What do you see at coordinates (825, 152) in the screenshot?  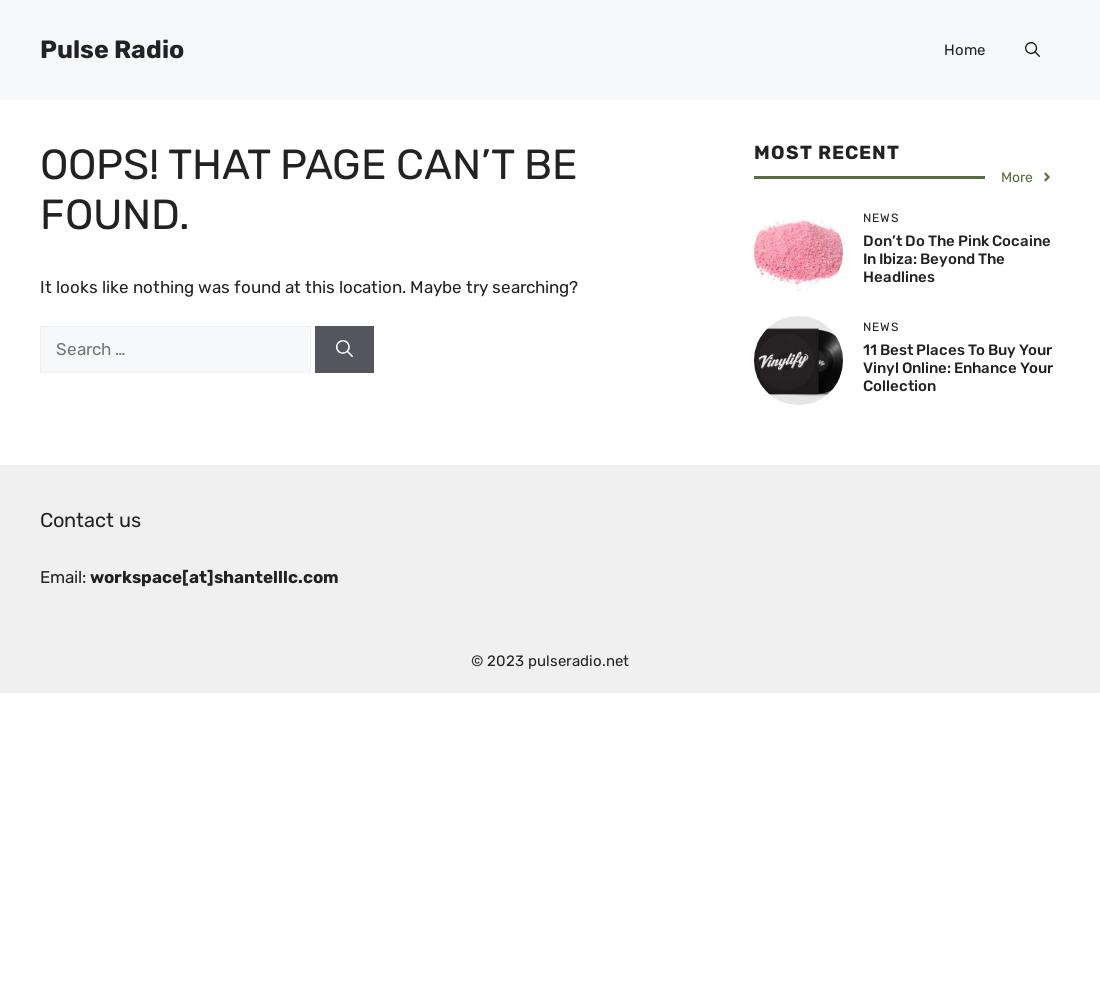 I see `'most recent'` at bounding box center [825, 152].